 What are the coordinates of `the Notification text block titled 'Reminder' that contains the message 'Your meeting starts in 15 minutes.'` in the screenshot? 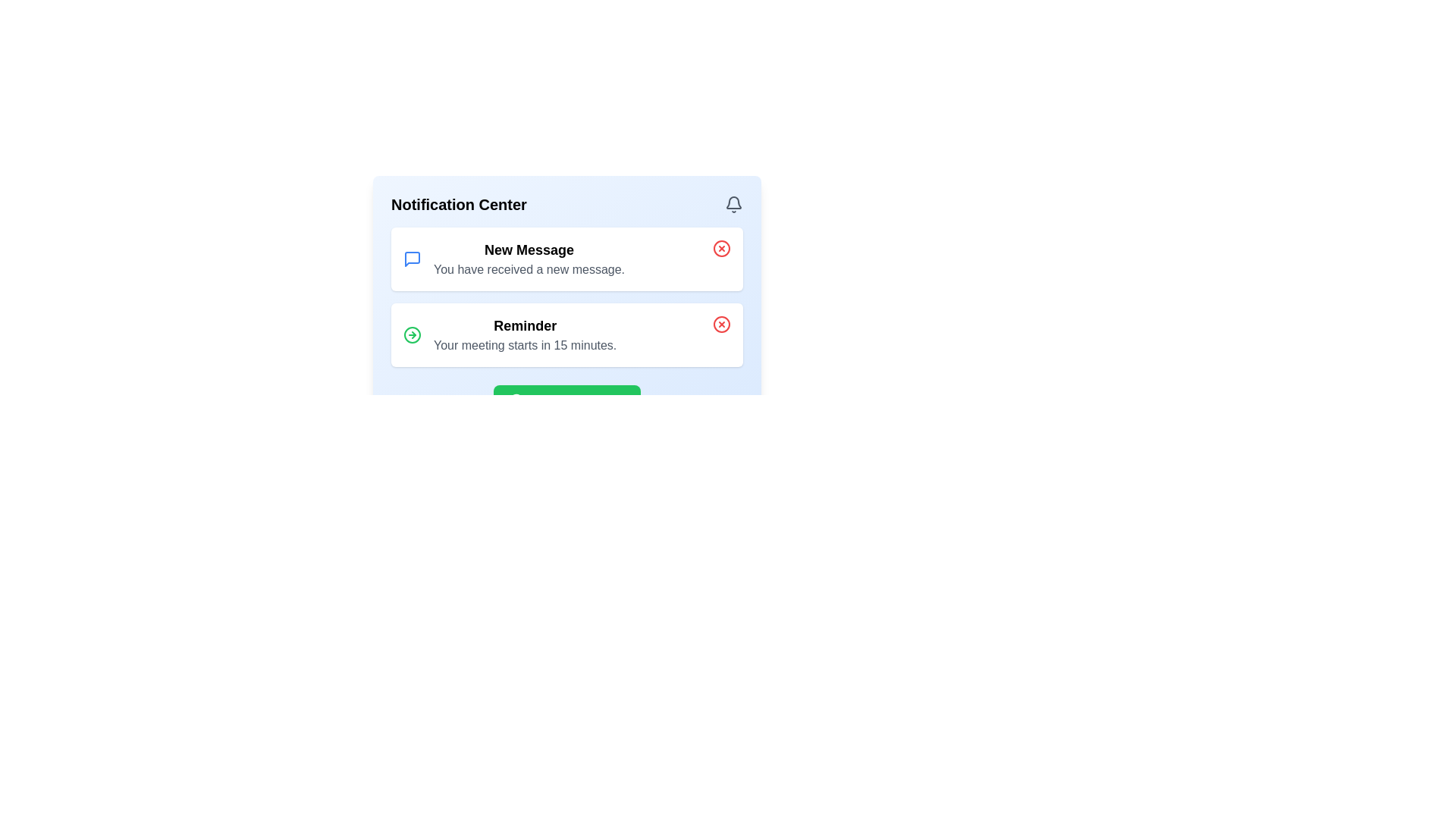 It's located at (525, 334).